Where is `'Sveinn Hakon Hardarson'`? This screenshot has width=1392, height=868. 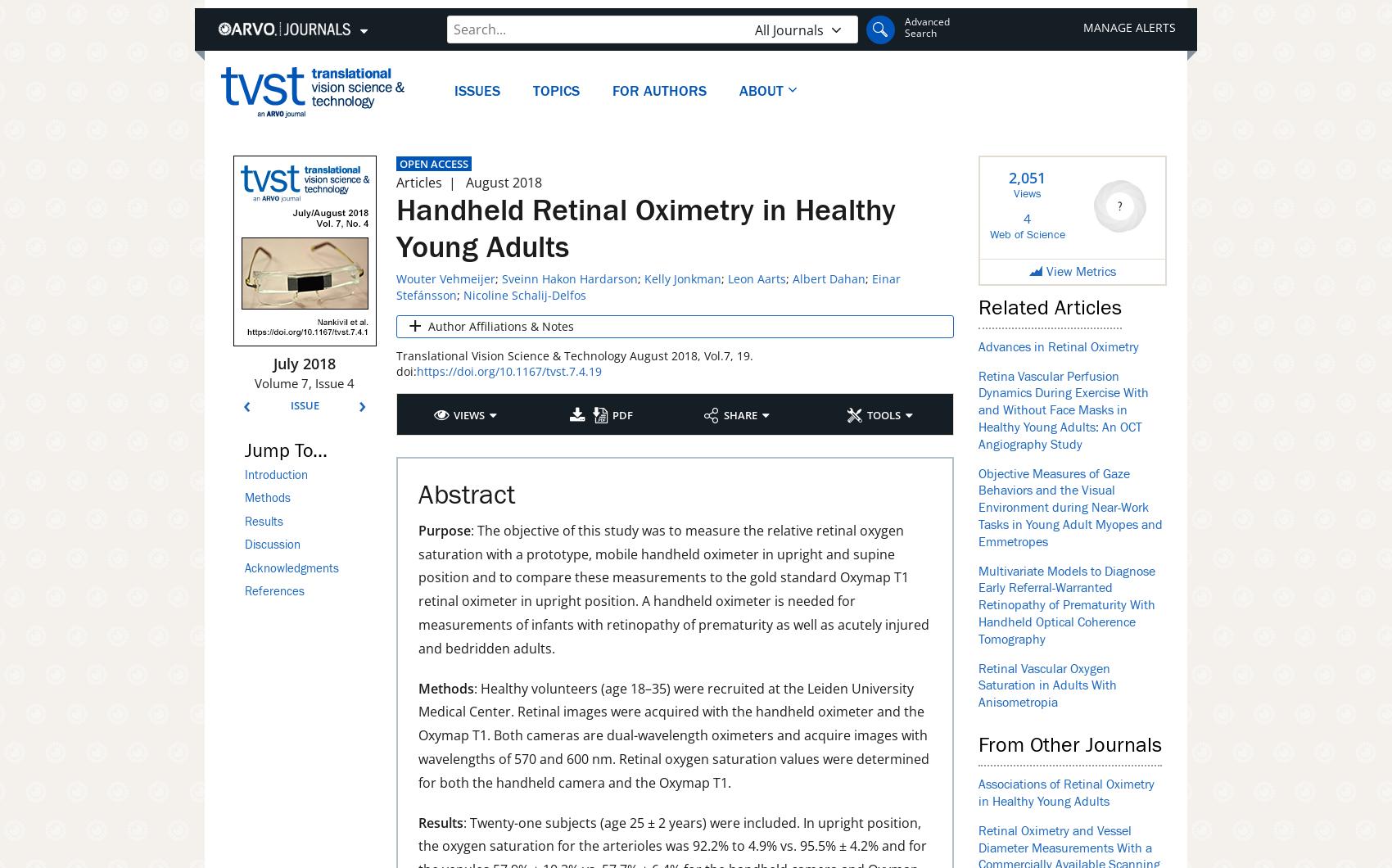
'Sveinn Hakon Hardarson' is located at coordinates (569, 278).